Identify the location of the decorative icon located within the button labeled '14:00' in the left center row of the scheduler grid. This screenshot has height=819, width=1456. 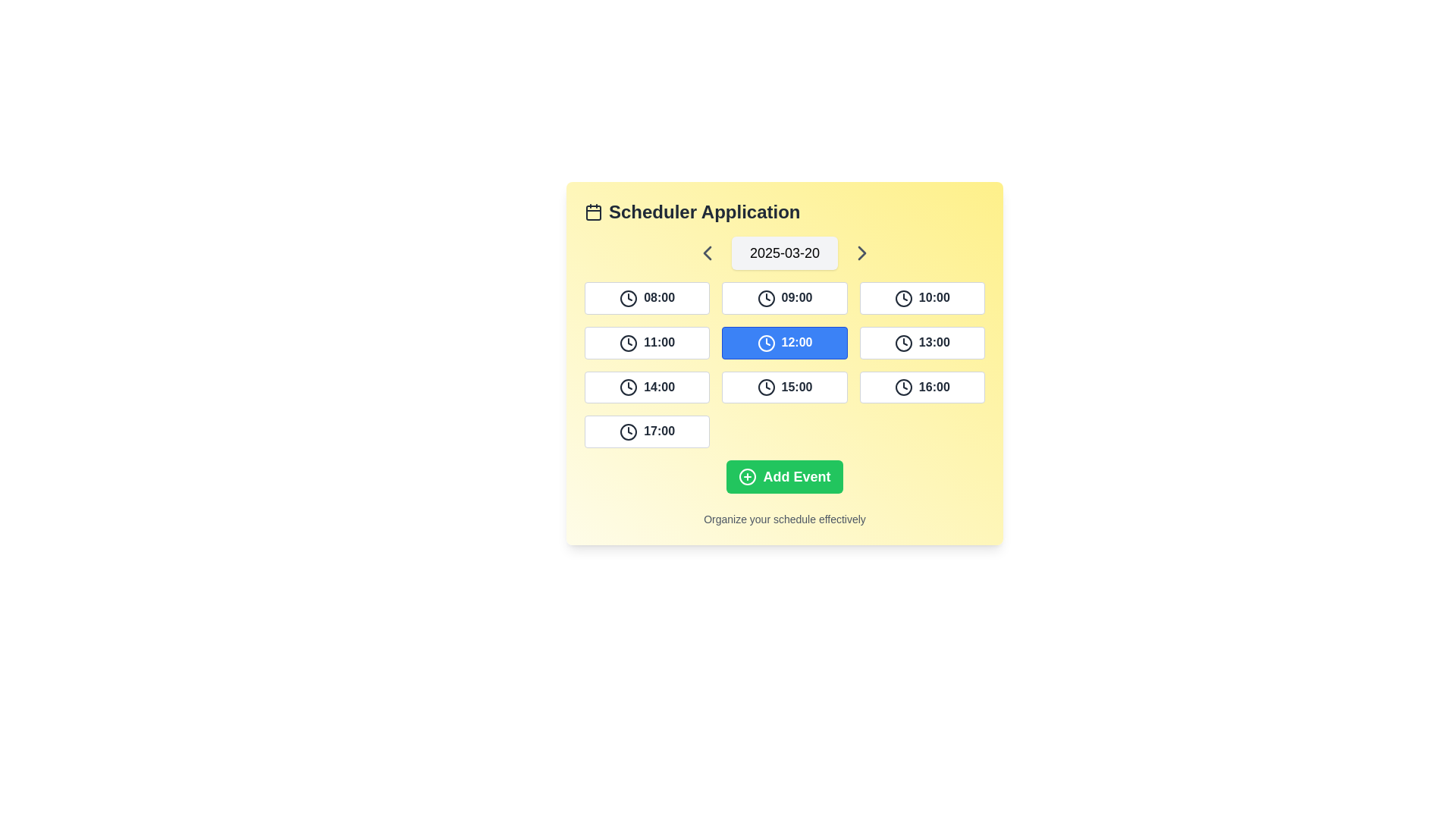
(629, 387).